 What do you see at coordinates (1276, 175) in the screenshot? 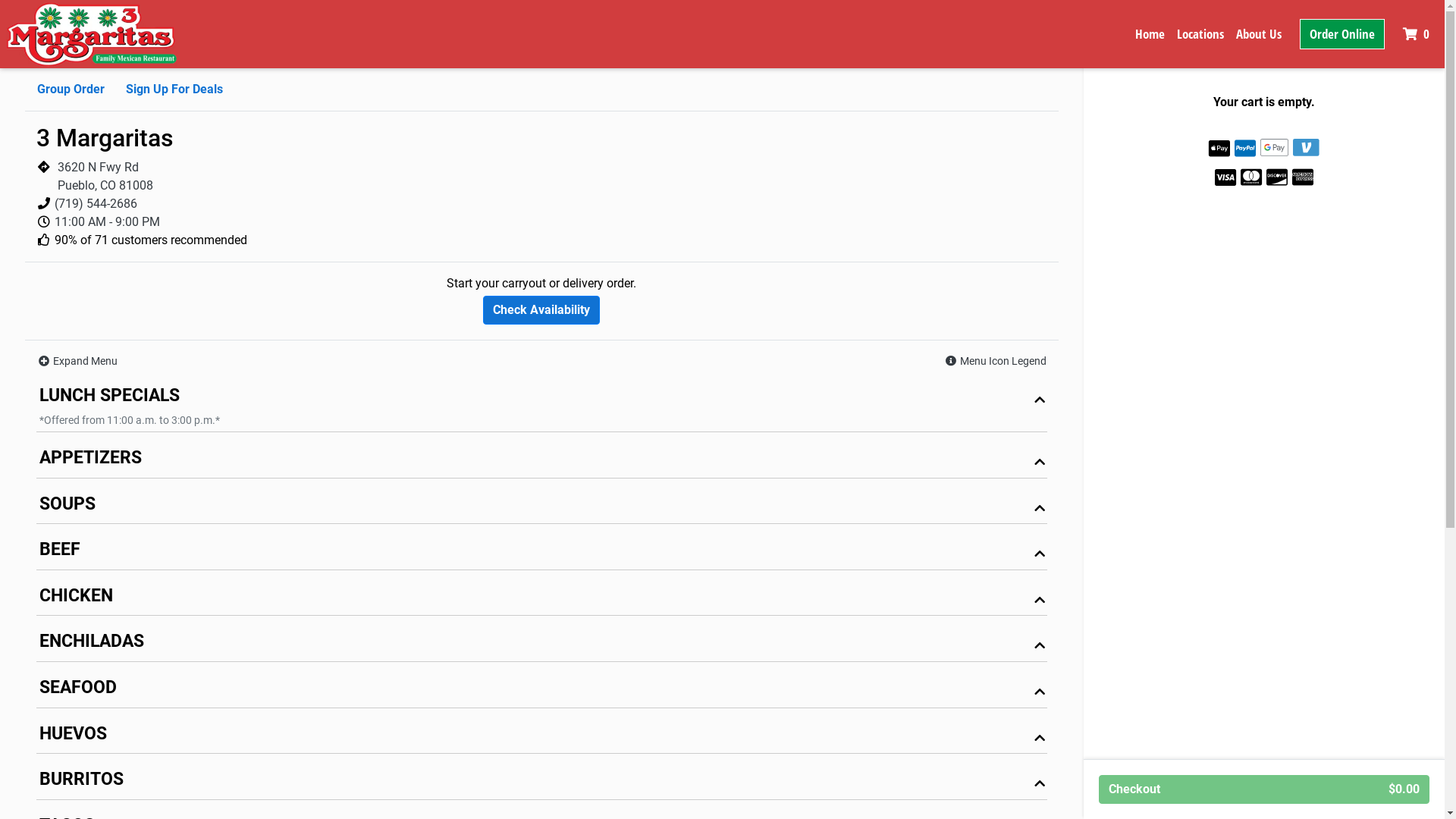
I see `'Accepts Discover'` at bounding box center [1276, 175].